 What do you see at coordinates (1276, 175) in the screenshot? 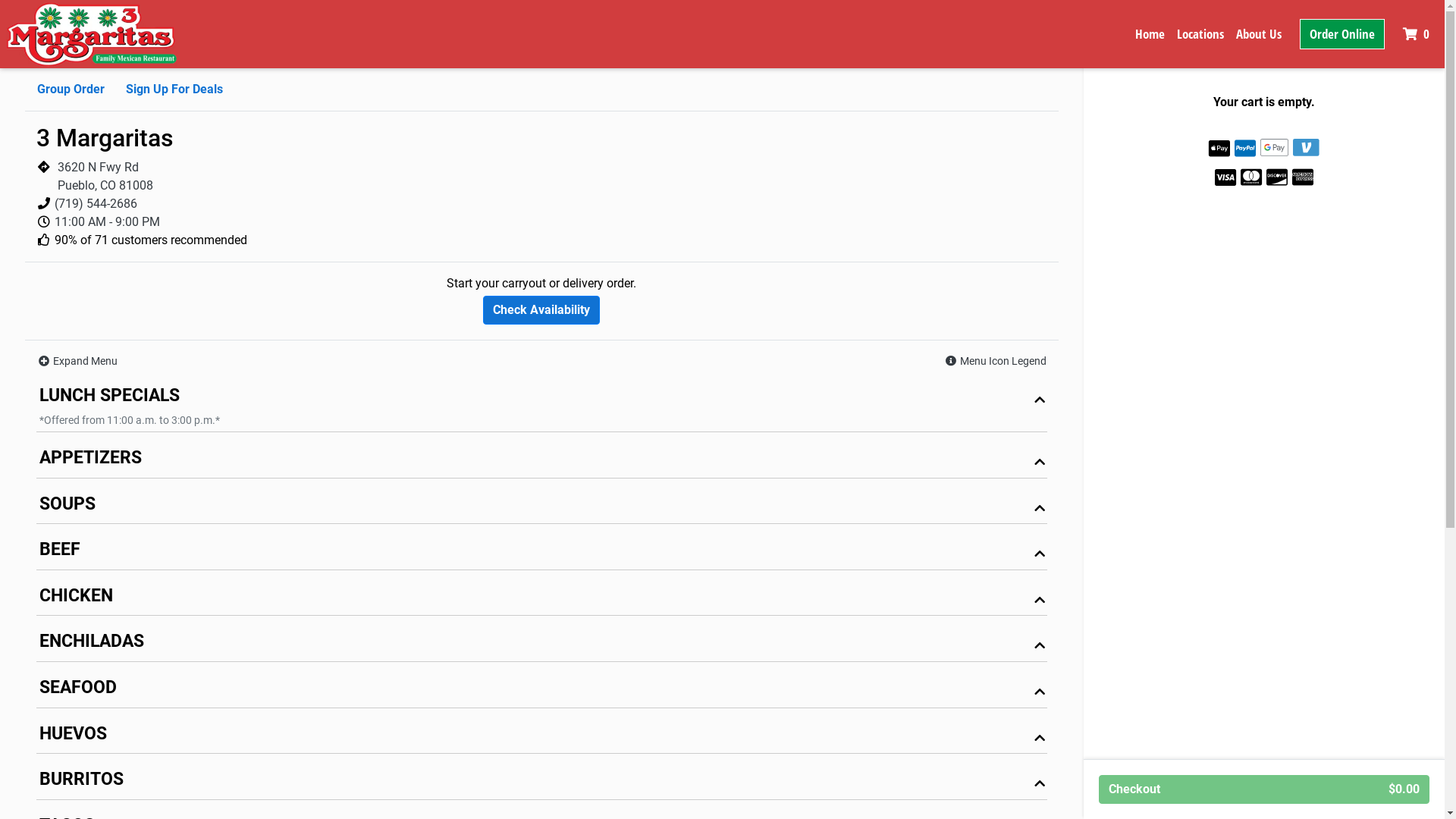
I see `'Accepts Discover'` at bounding box center [1276, 175].